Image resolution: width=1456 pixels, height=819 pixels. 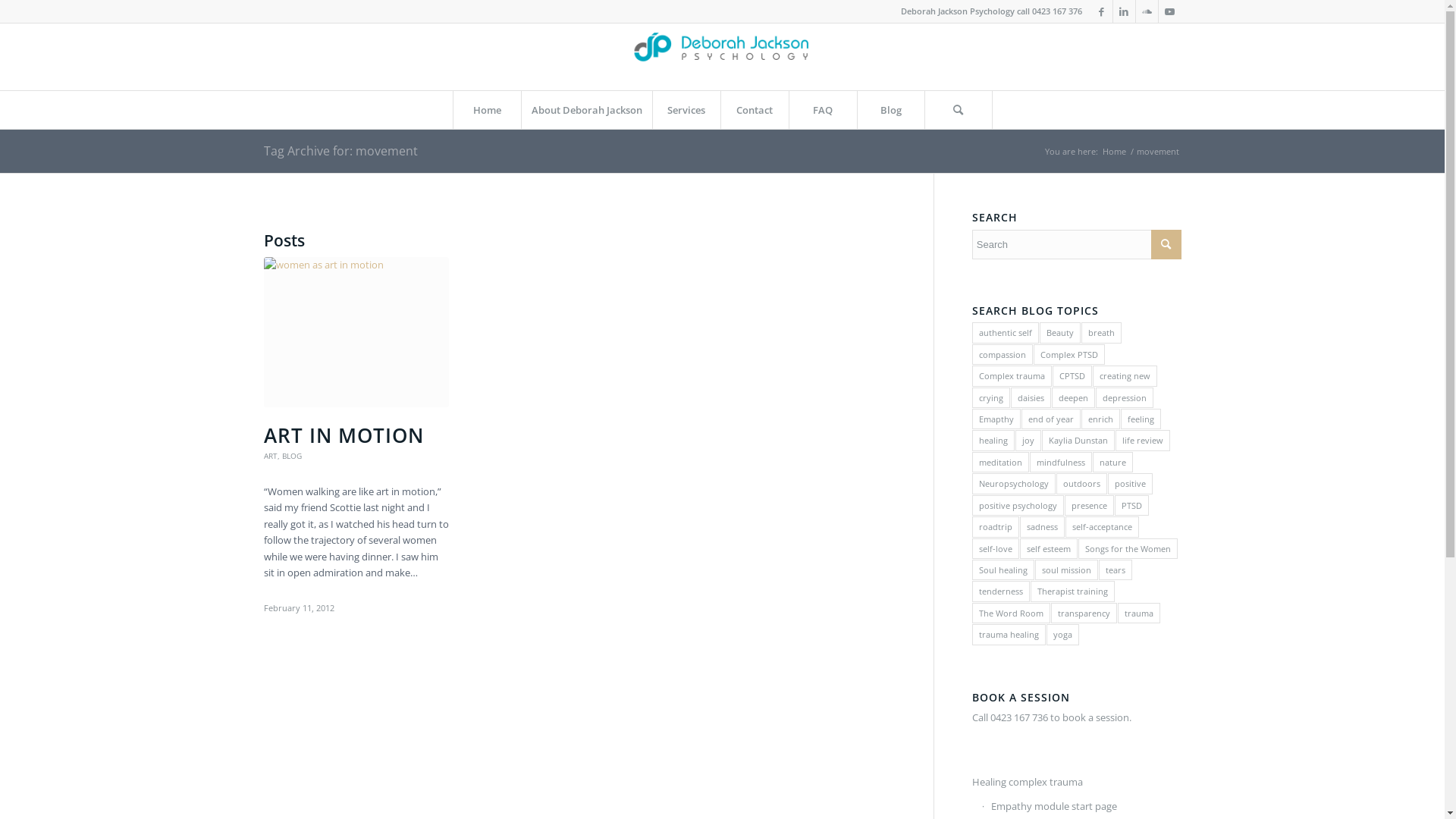 What do you see at coordinates (1001, 590) in the screenshot?
I see `'tenderness'` at bounding box center [1001, 590].